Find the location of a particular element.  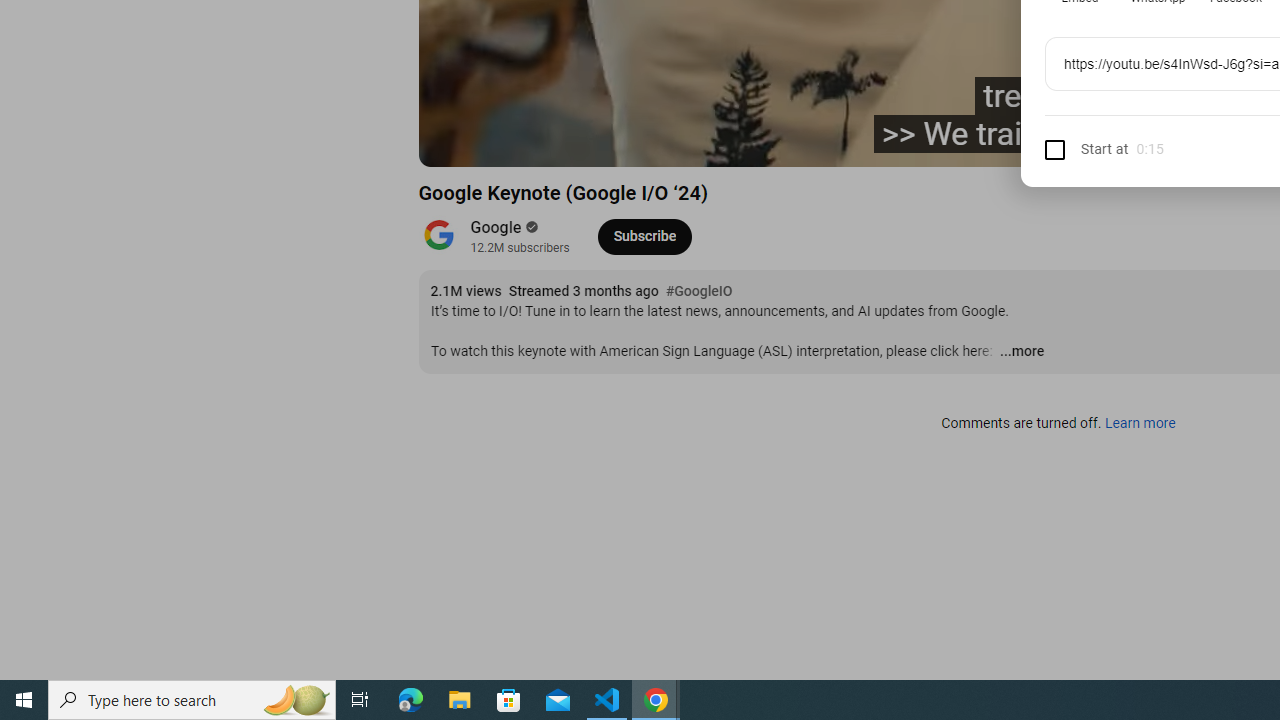

'...more' is located at coordinates (1021, 351).